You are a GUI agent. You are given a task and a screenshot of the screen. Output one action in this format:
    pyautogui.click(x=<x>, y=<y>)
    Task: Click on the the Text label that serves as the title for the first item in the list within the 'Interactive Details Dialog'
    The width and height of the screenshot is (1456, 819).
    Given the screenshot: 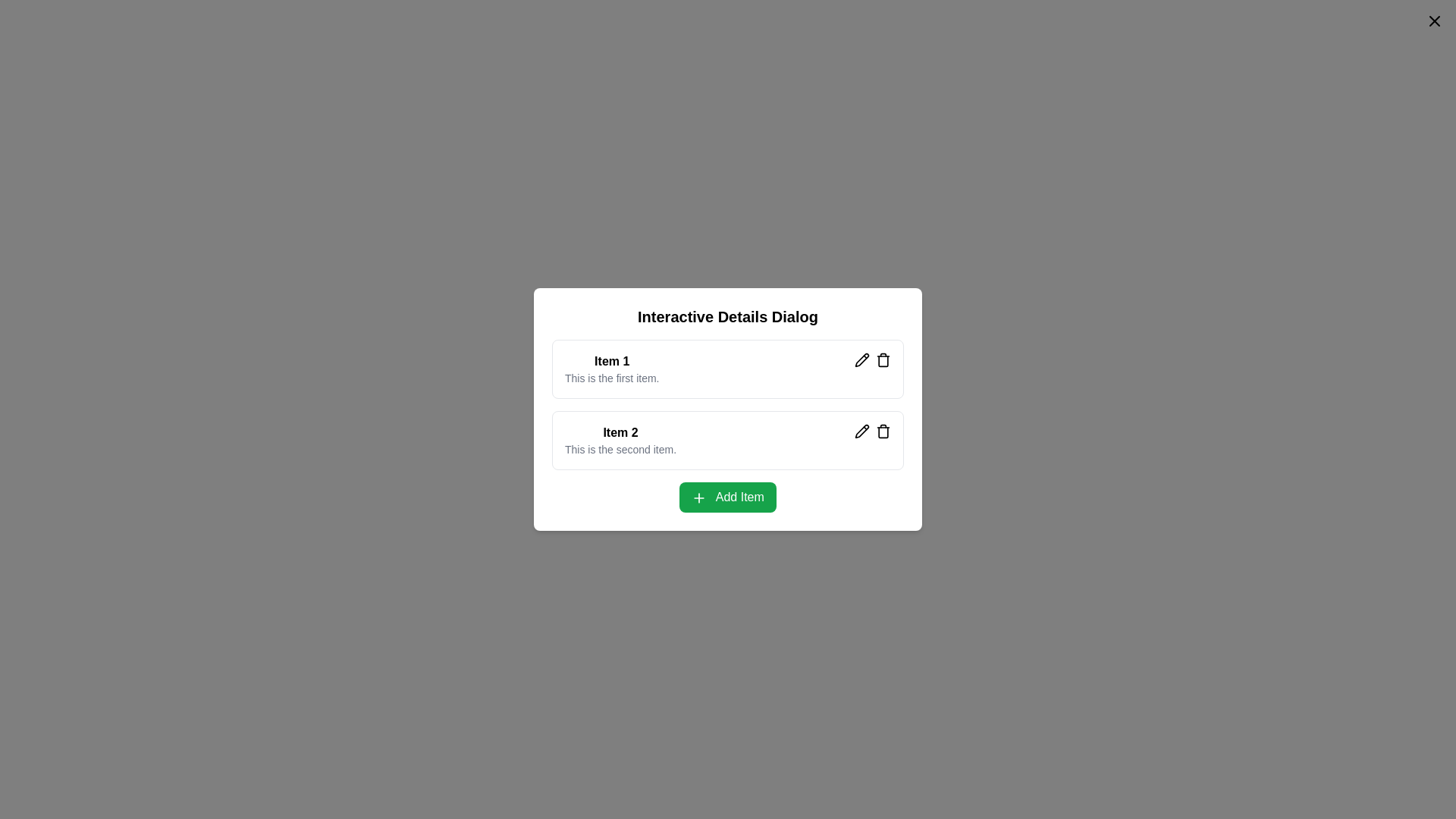 What is the action you would take?
    pyautogui.click(x=612, y=362)
    